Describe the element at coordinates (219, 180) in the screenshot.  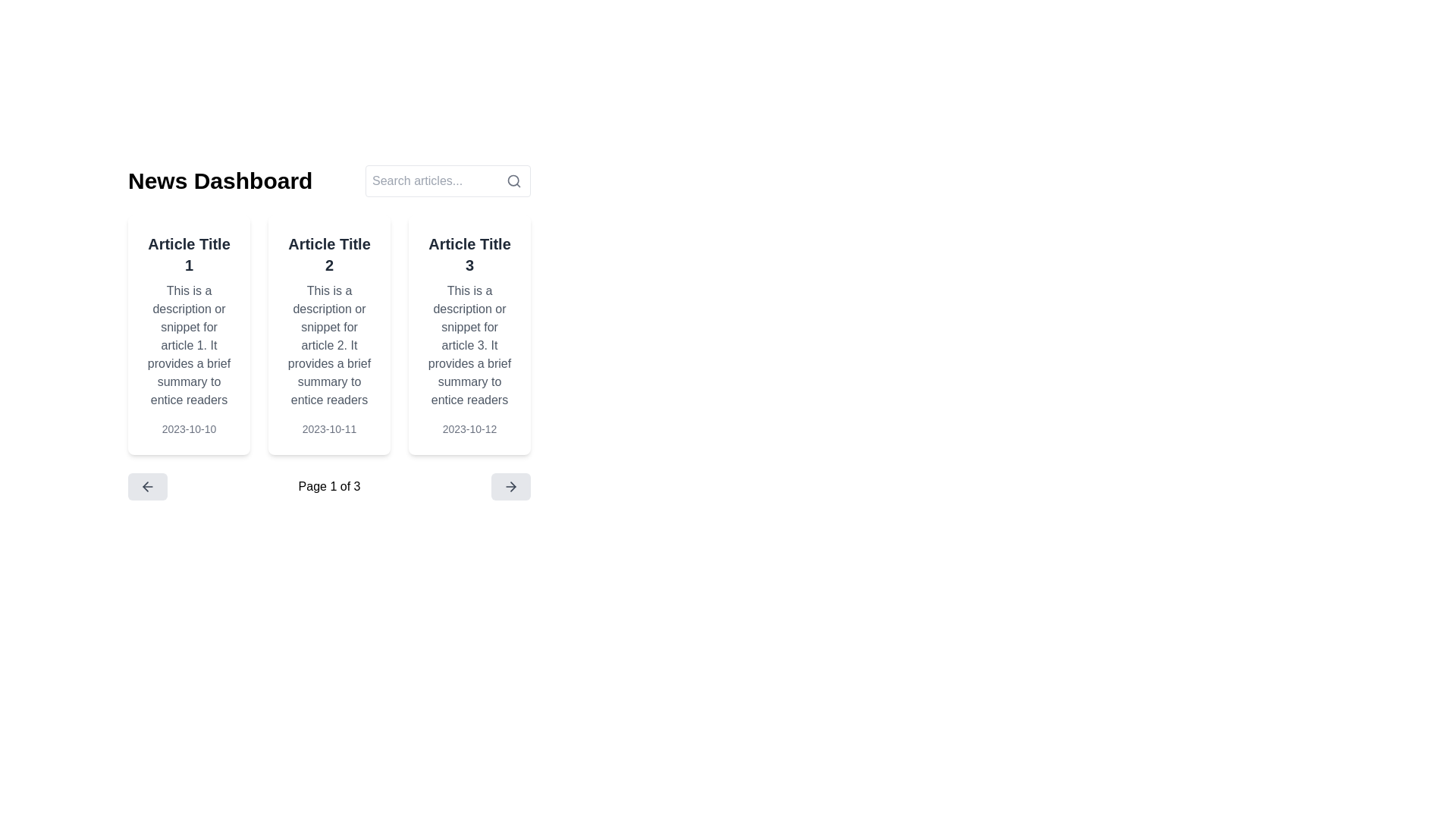
I see `the bold, large-sized text label reading 'News Dashboard' located at the upper left of the main header area` at that location.